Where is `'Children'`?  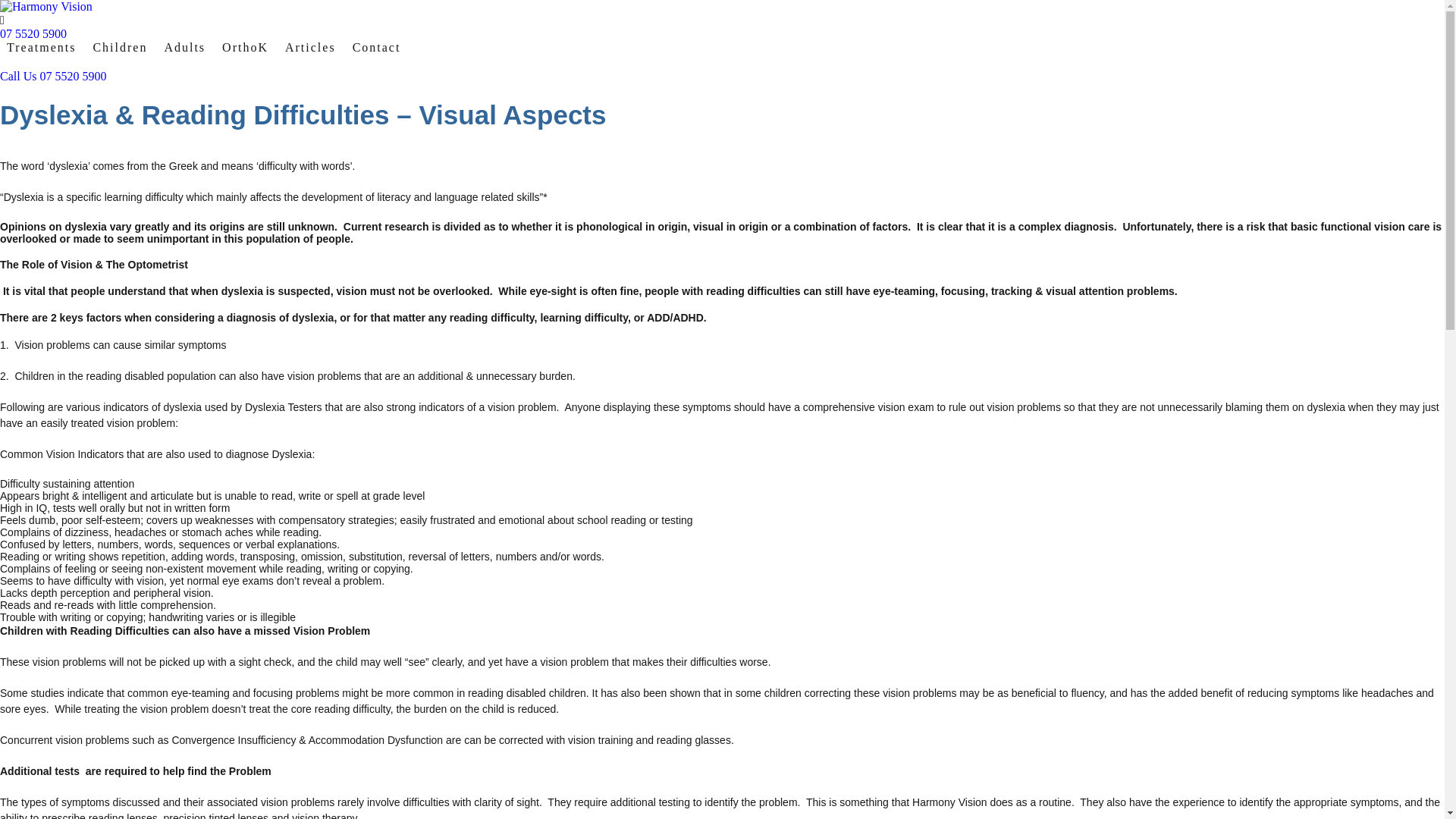 'Children' is located at coordinates (119, 46).